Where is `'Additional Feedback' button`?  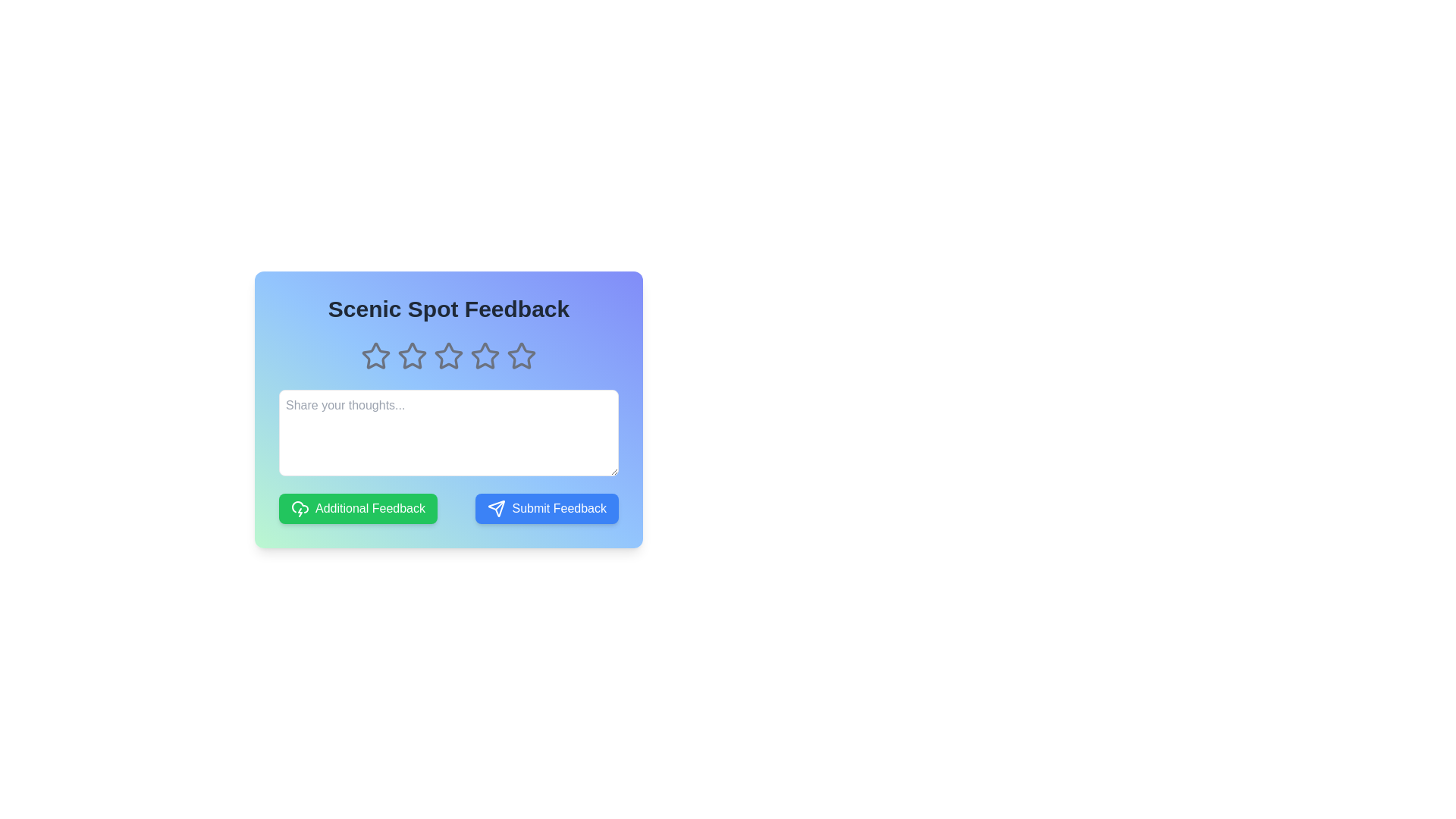
'Additional Feedback' button is located at coordinates (356, 509).